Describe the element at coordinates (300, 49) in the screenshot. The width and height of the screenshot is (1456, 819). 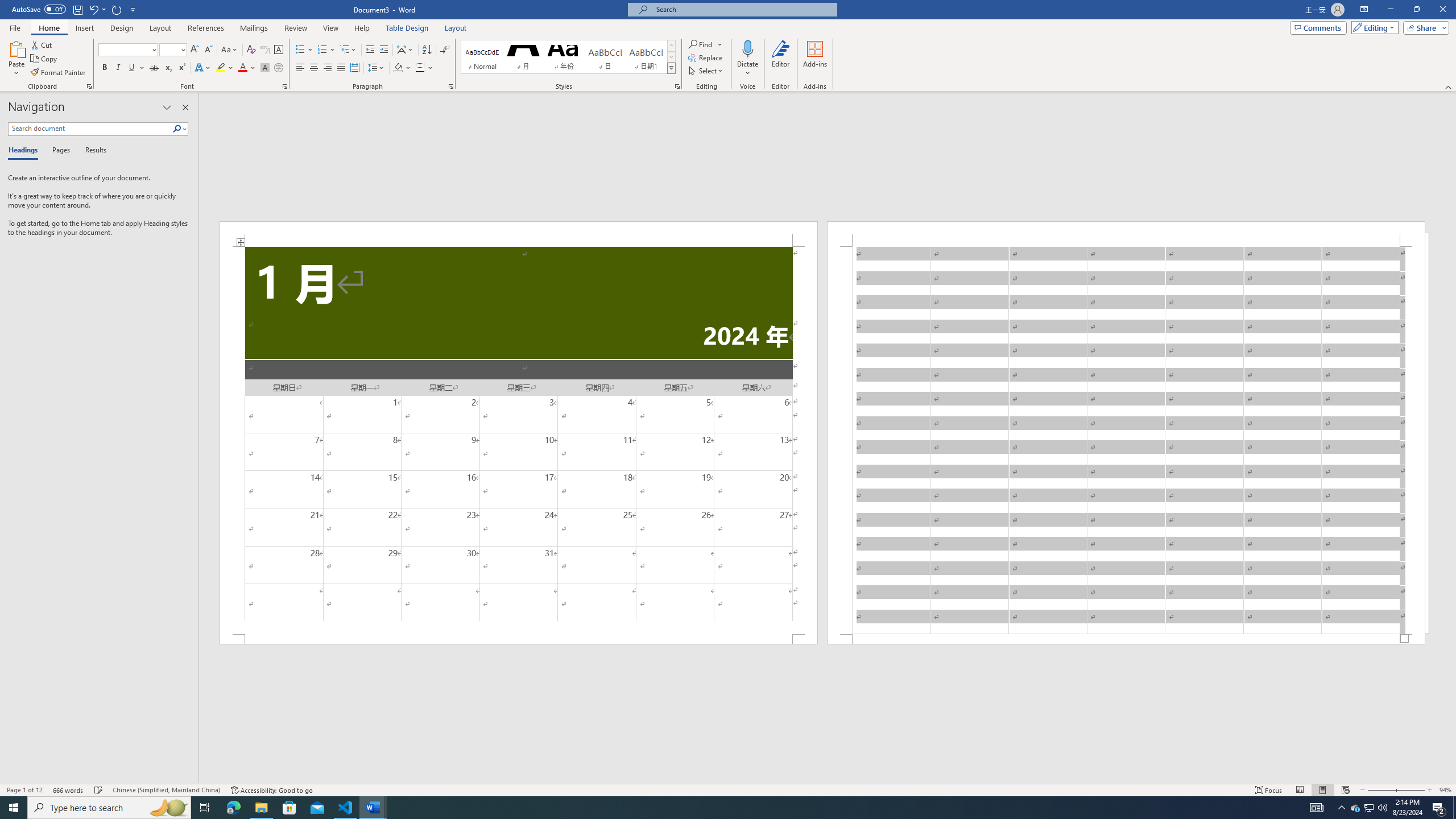
I see `'Bullets'` at that location.